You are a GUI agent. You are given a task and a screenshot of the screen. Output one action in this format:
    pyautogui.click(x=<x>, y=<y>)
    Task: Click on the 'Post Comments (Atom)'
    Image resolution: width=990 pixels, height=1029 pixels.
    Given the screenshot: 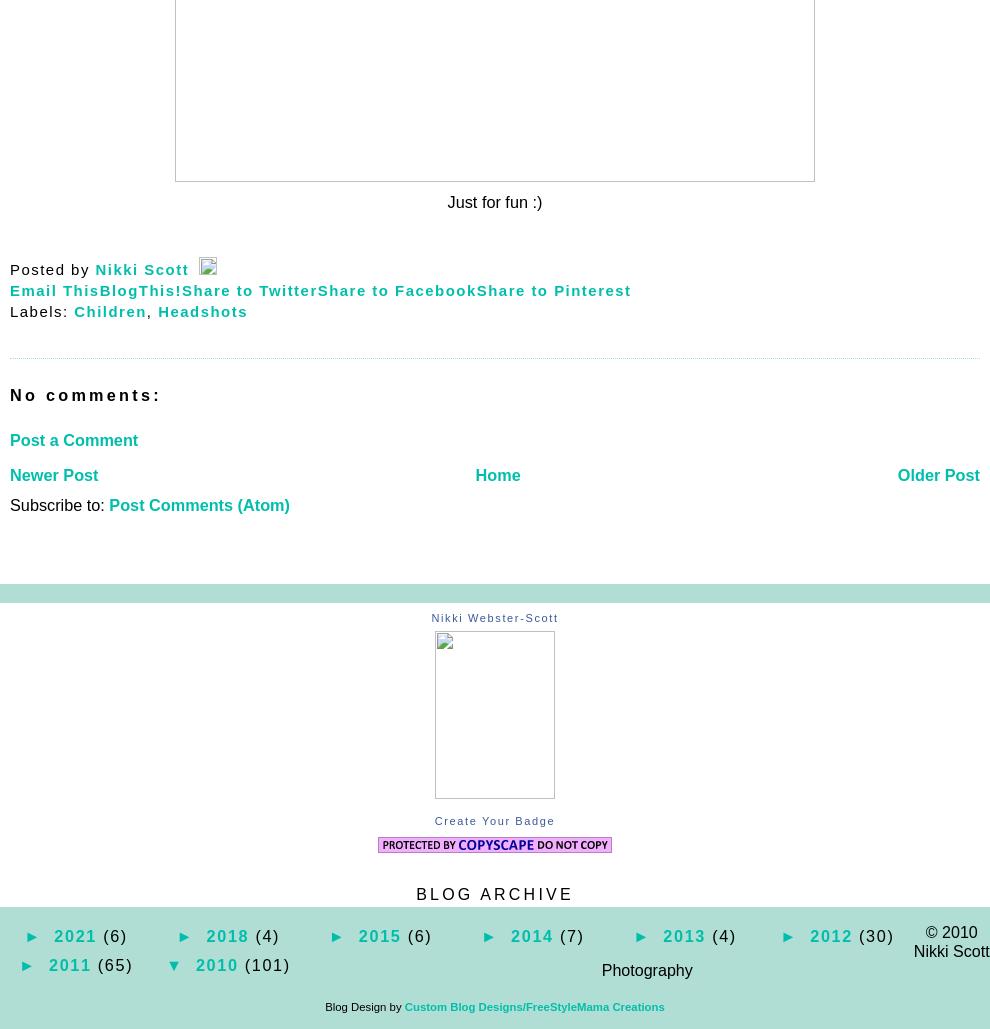 What is the action you would take?
    pyautogui.click(x=107, y=504)
    